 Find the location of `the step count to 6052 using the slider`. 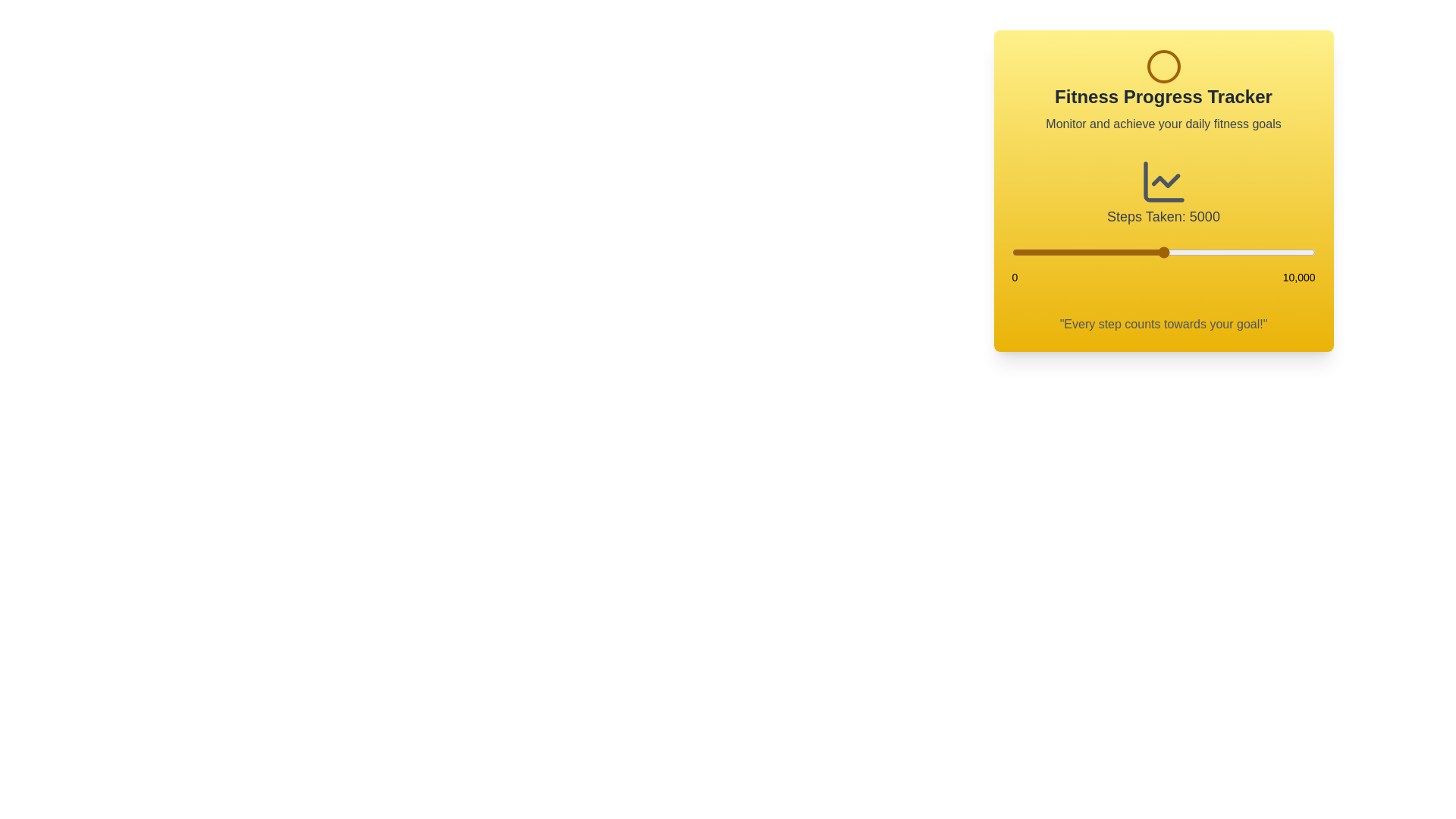

the step count to 6052 using the slider is located at coordinates (1194, 251).